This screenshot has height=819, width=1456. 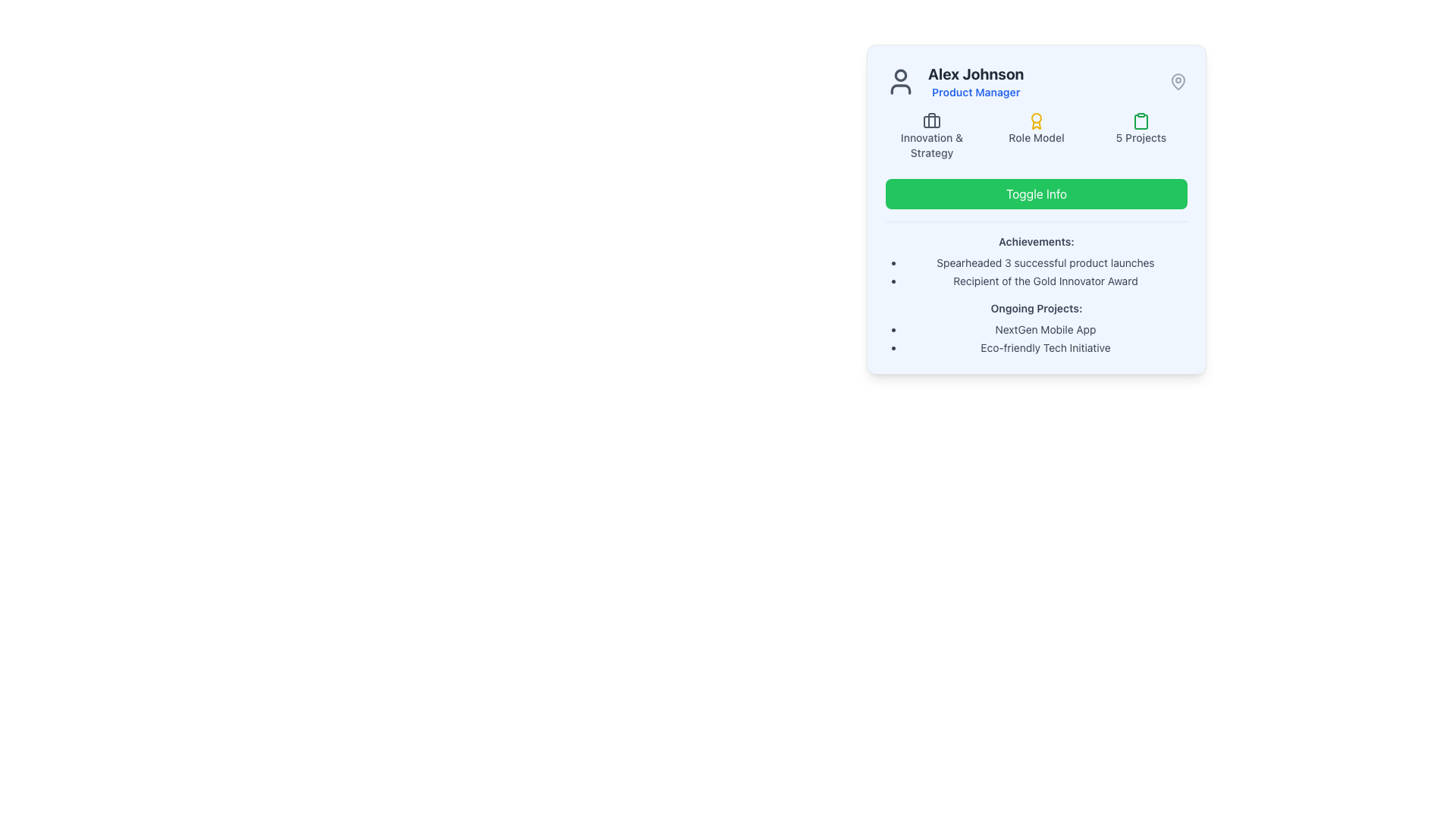 I want to click on text content of the title label indicating the name of the individual associated with the card, positioned at the top of a light-blue card interface above the text 'Product Manager', so click(x=976, y=74).